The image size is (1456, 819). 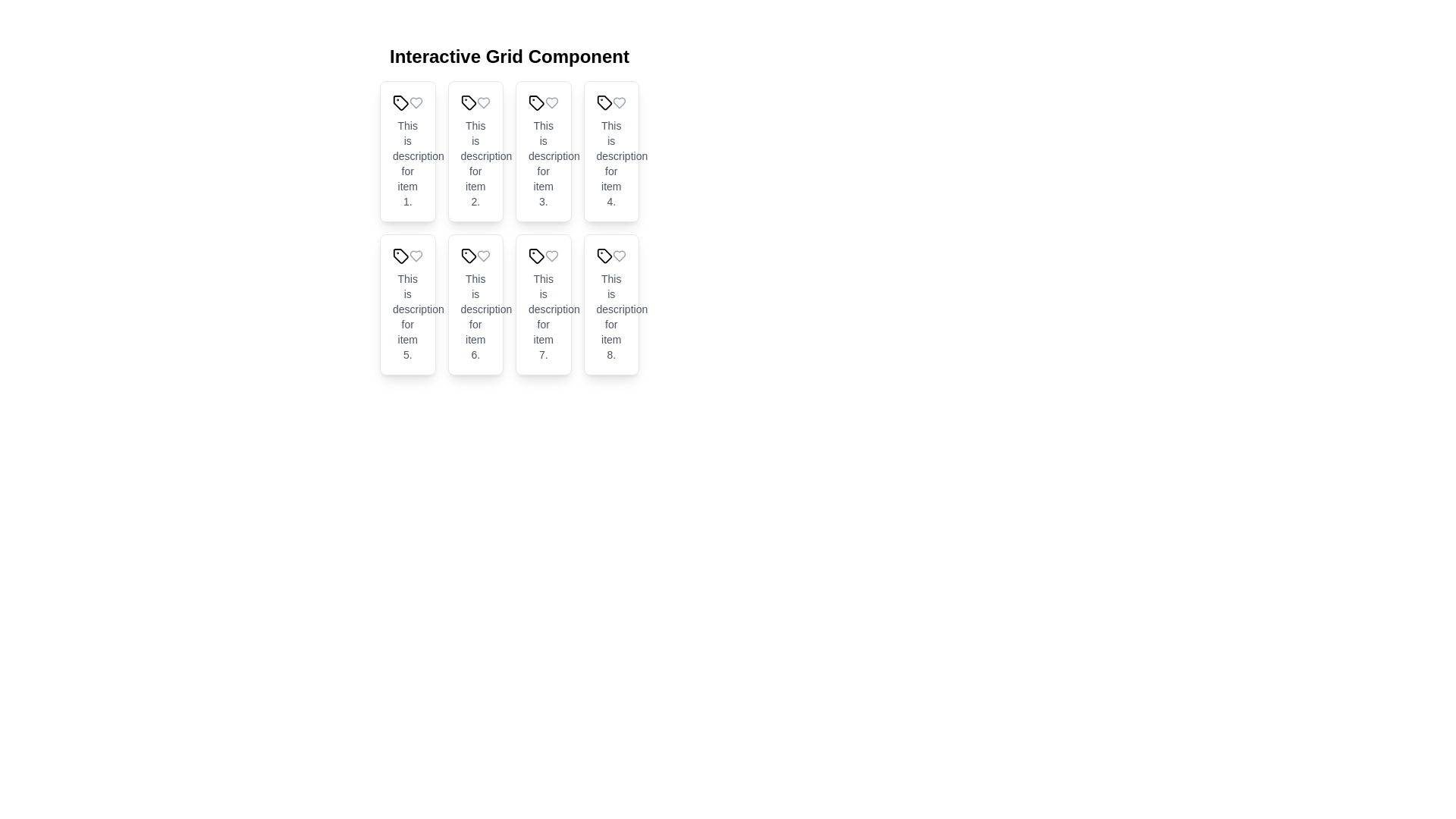 What do you see at coordinates (536, 102) in the screenshot?
I see `the small, tag-shaped icon located in the third tile of the 'Interactive Grid Component', found in the card labeled 'Tile 3'` at bounding box center [536, 102].